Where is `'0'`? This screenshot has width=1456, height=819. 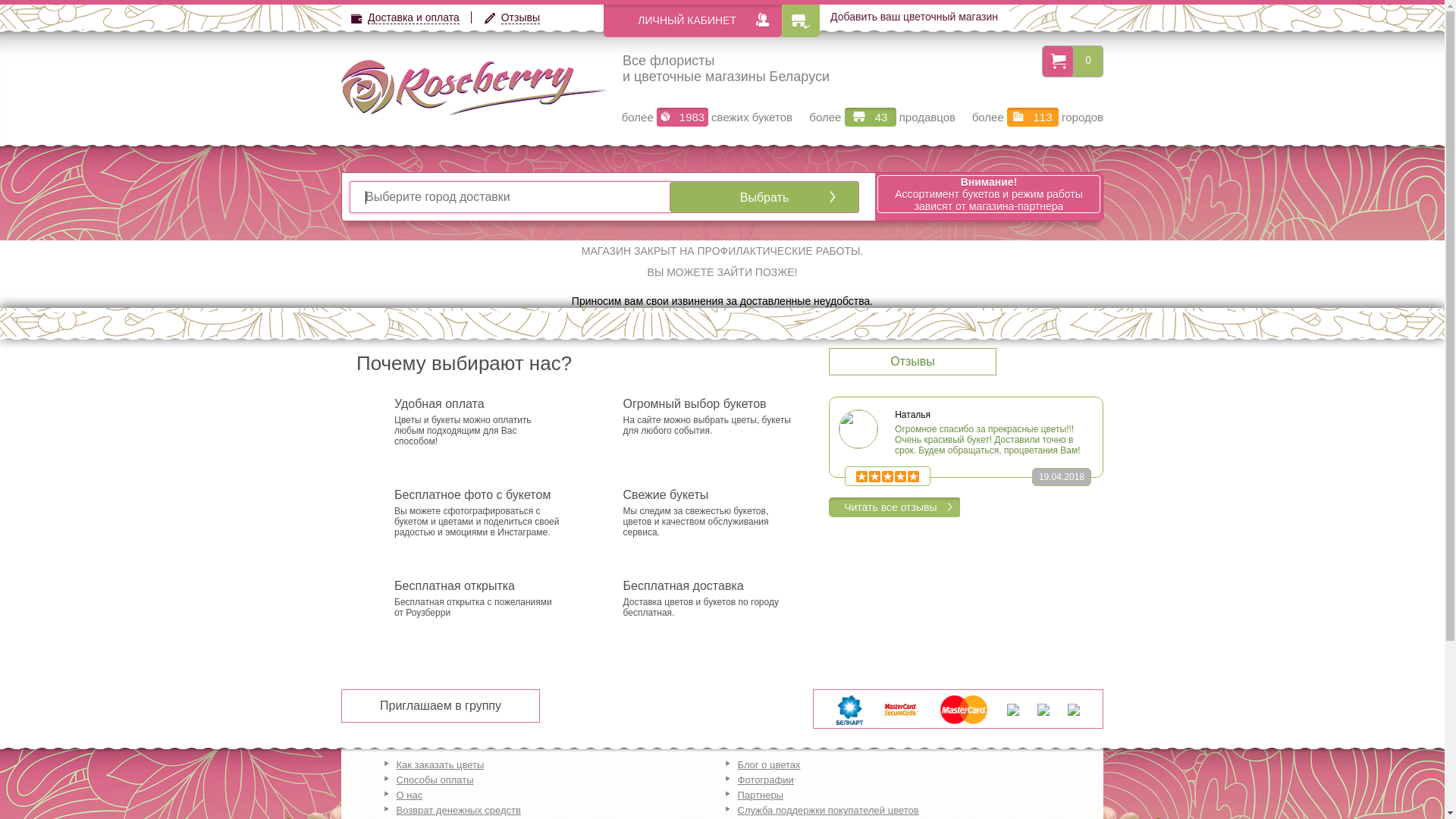
'0' is located at coordinates (1073, 58).